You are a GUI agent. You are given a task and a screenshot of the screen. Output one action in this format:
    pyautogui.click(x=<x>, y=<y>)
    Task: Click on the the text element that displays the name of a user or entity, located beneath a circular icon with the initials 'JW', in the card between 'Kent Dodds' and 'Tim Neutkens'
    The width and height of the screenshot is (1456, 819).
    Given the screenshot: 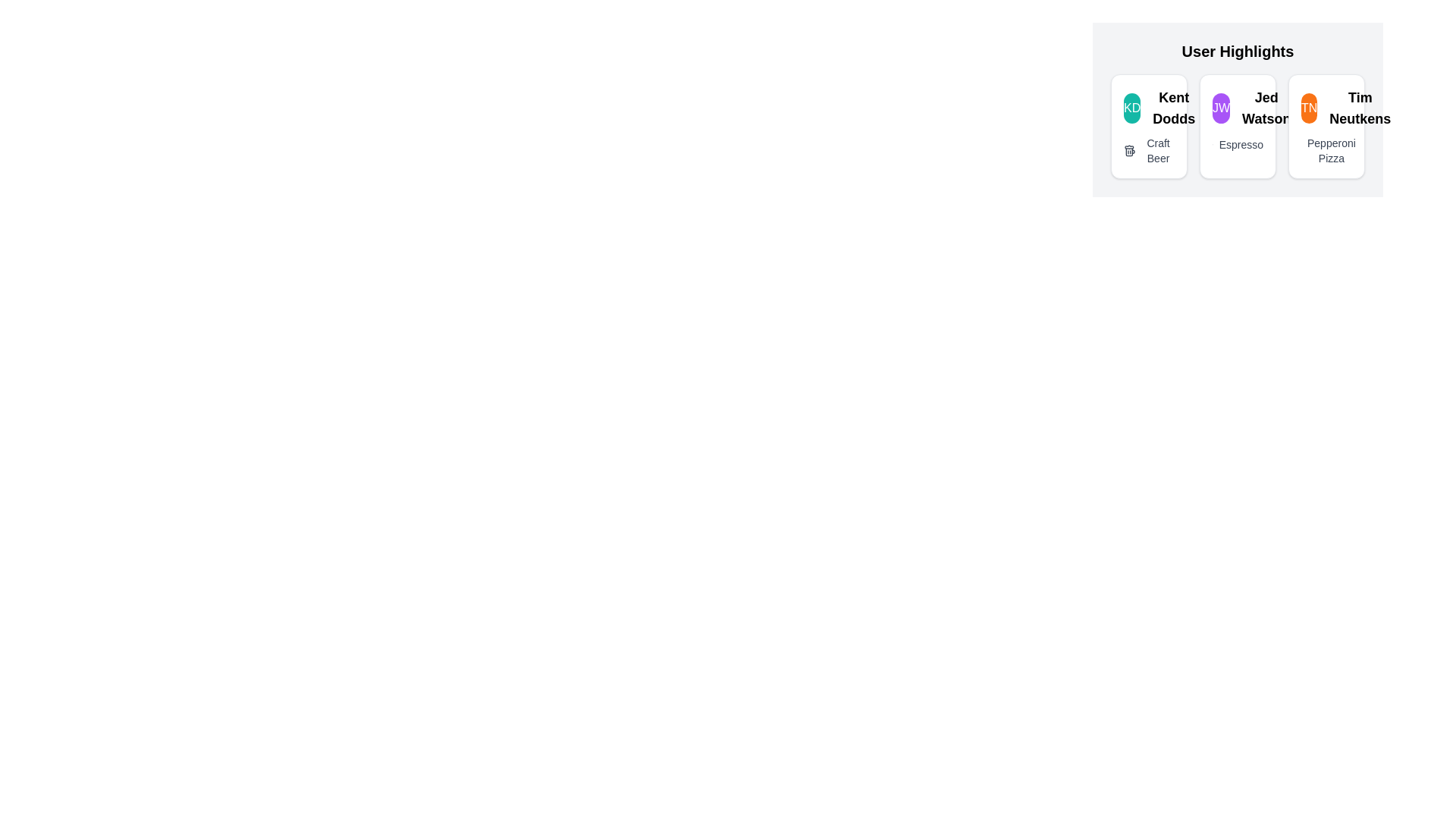 What is the action you would take?
    pyautogui.click(x=1266, y=107)
    